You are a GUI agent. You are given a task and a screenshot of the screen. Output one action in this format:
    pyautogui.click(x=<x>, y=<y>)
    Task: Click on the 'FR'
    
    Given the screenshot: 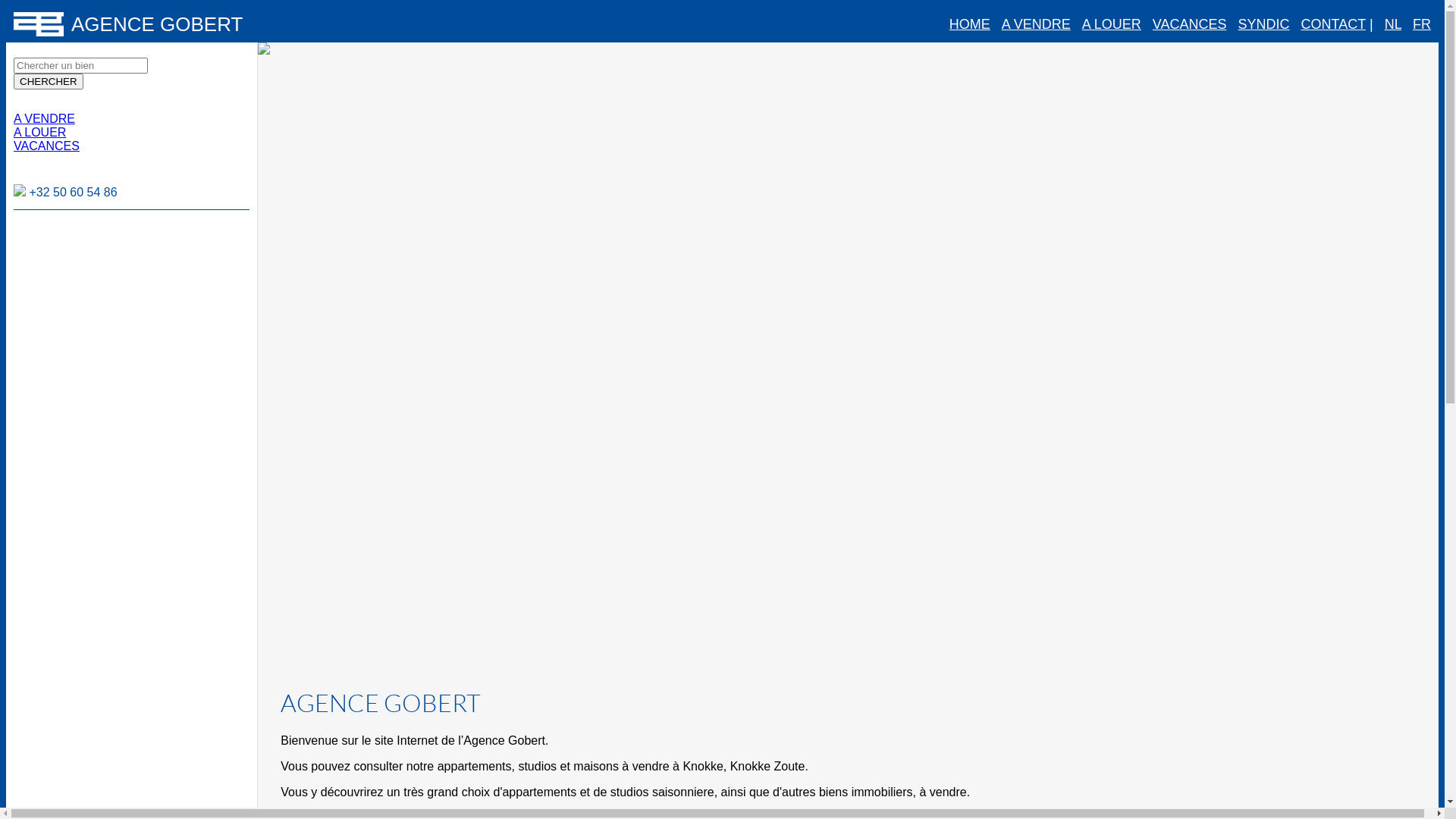 What is the action you would take?
    pyautogui.click(x=1421, y=24)
    